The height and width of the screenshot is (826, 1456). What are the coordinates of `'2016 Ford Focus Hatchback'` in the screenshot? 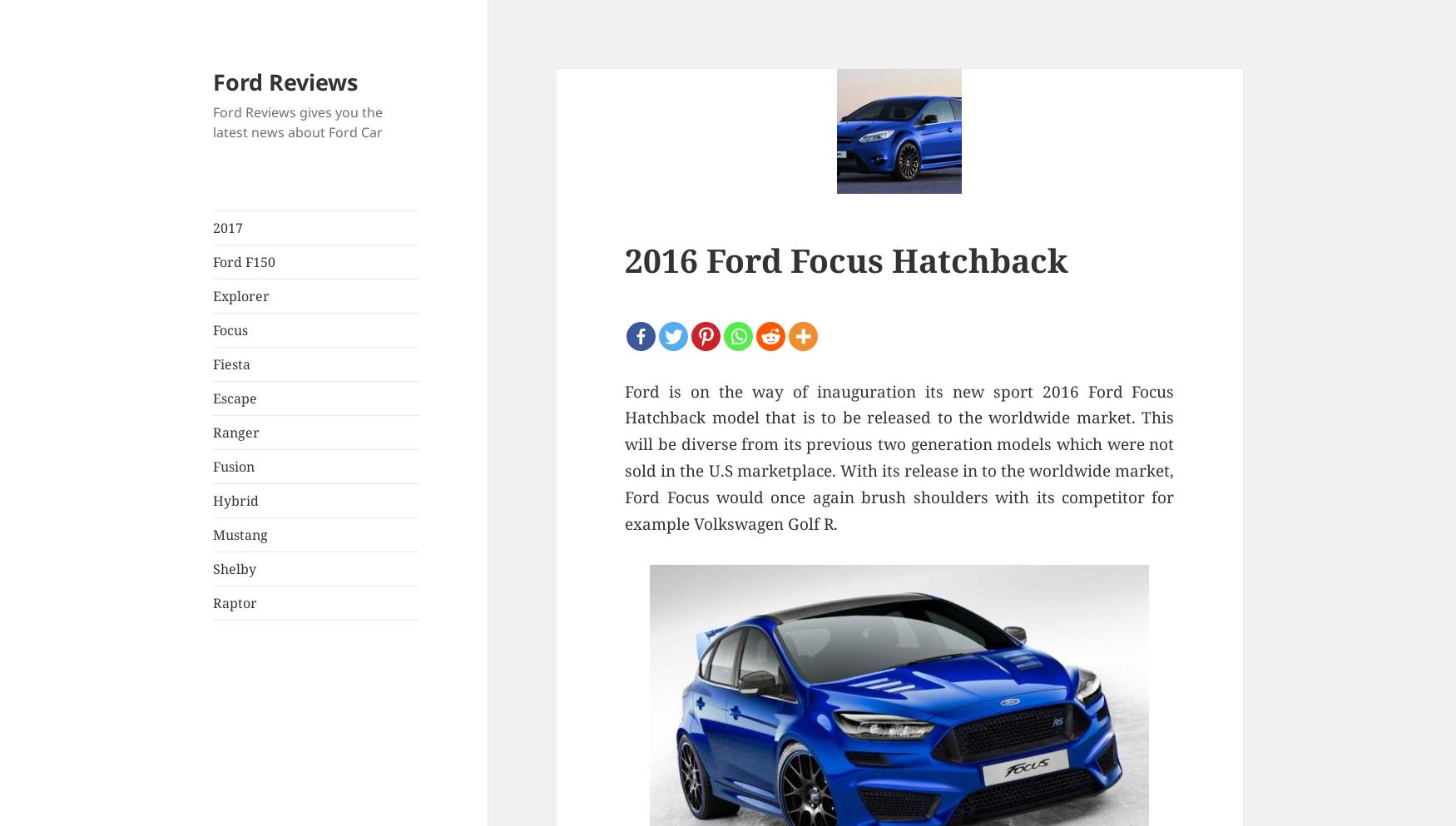 It's located at (845, 258).